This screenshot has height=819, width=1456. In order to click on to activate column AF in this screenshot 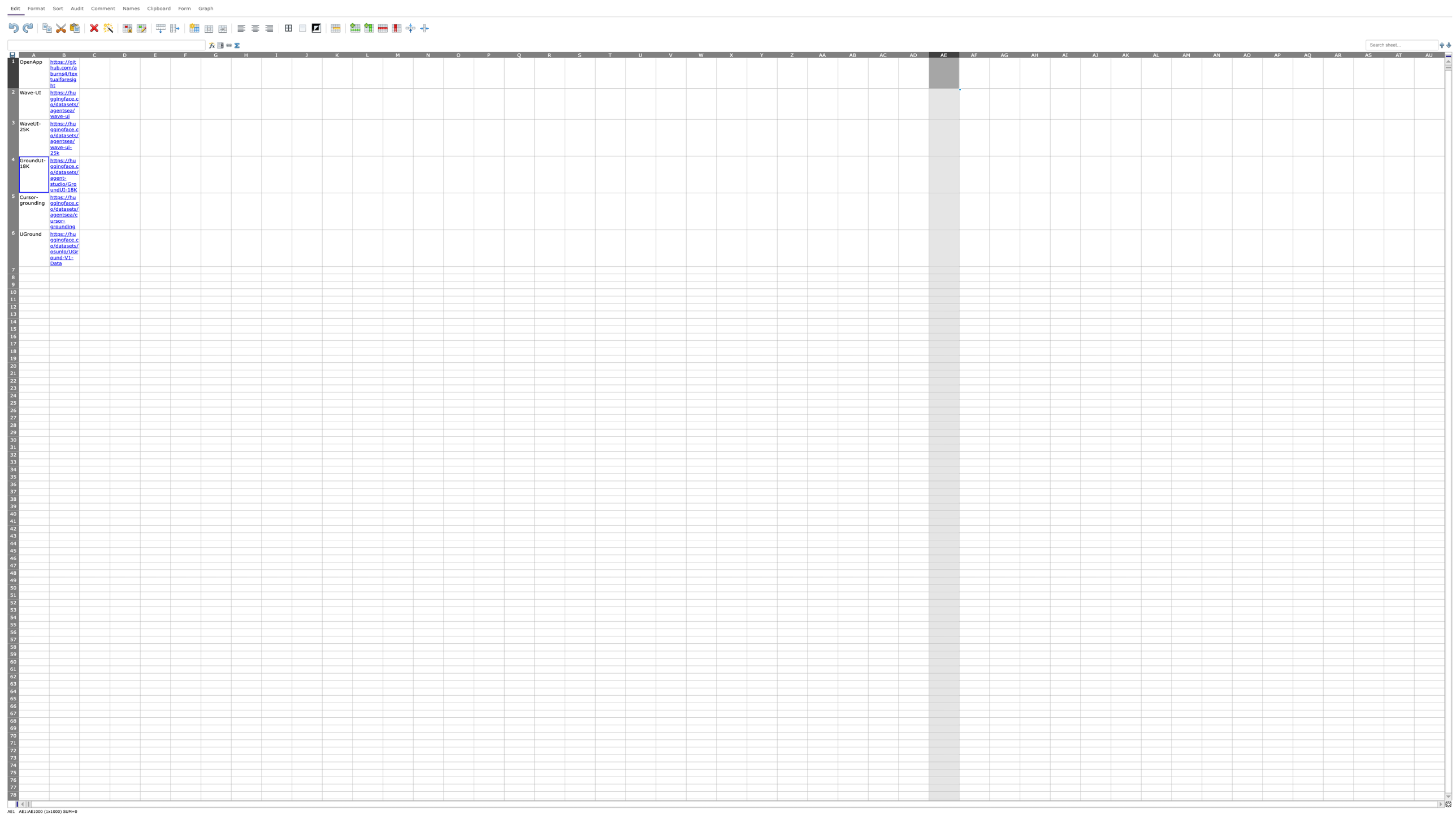, I will do `click(974, 54)`.